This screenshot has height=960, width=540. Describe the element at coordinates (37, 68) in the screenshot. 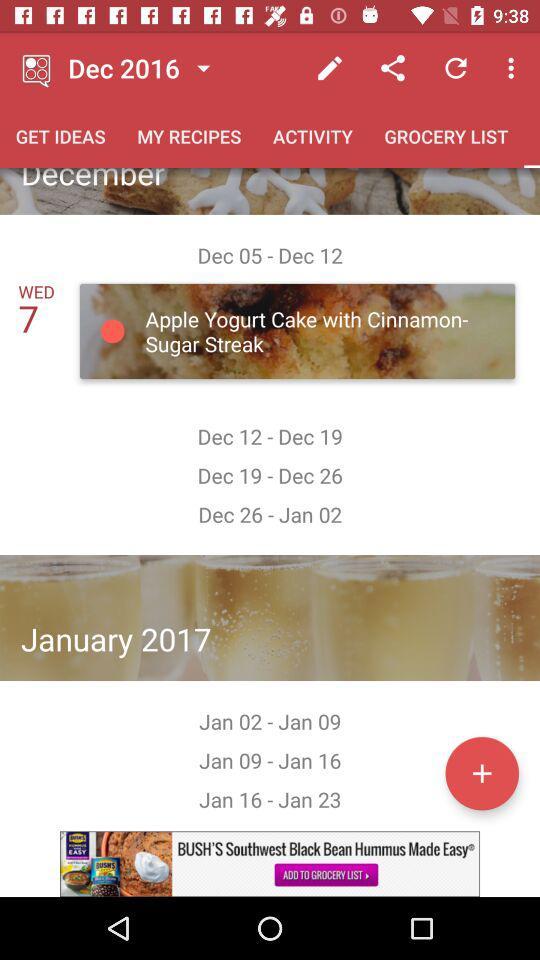

I see `the icon which is at the top left corner of the page` at that location.